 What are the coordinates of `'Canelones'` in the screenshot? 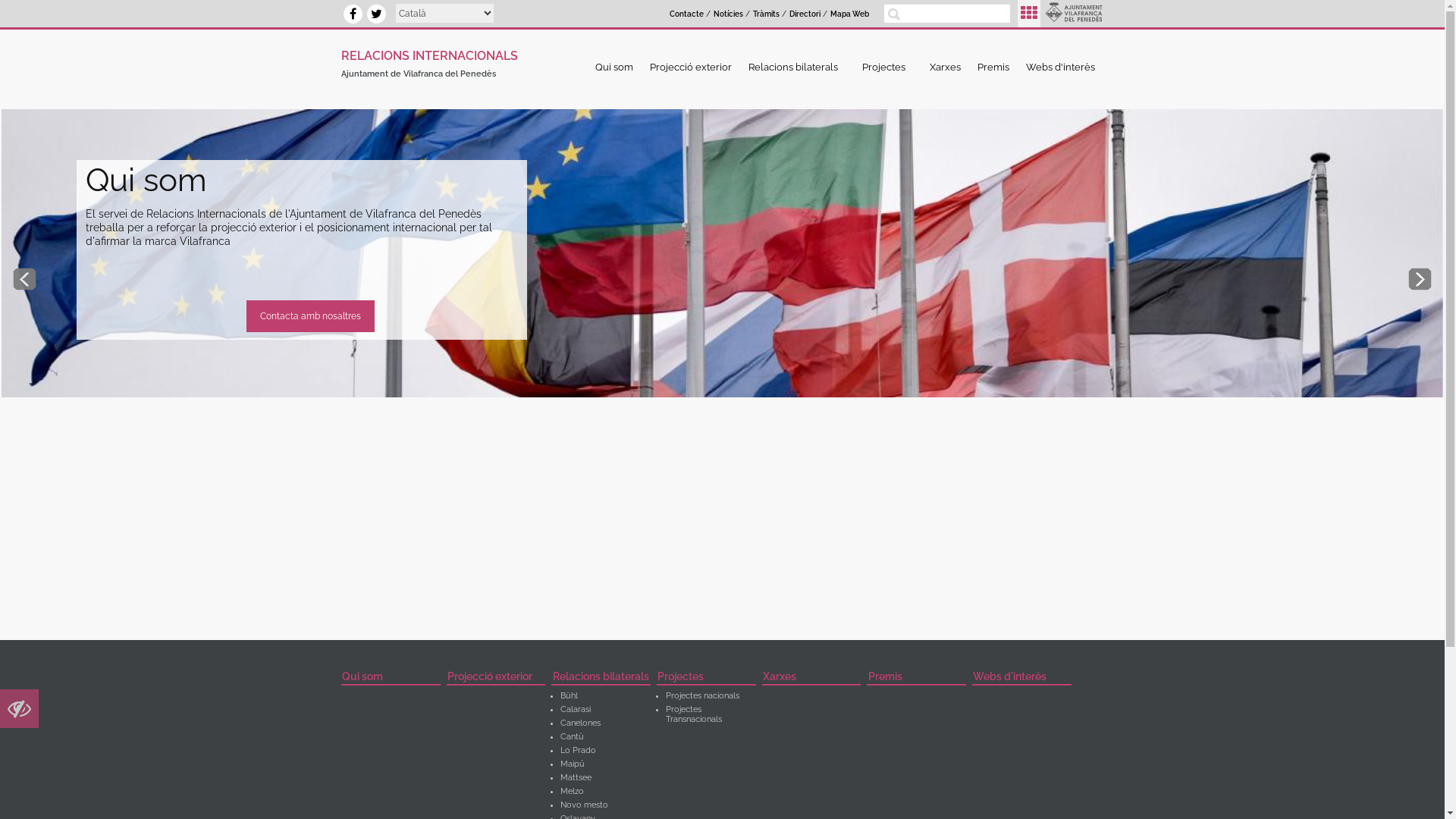 It's located at (579, 722).